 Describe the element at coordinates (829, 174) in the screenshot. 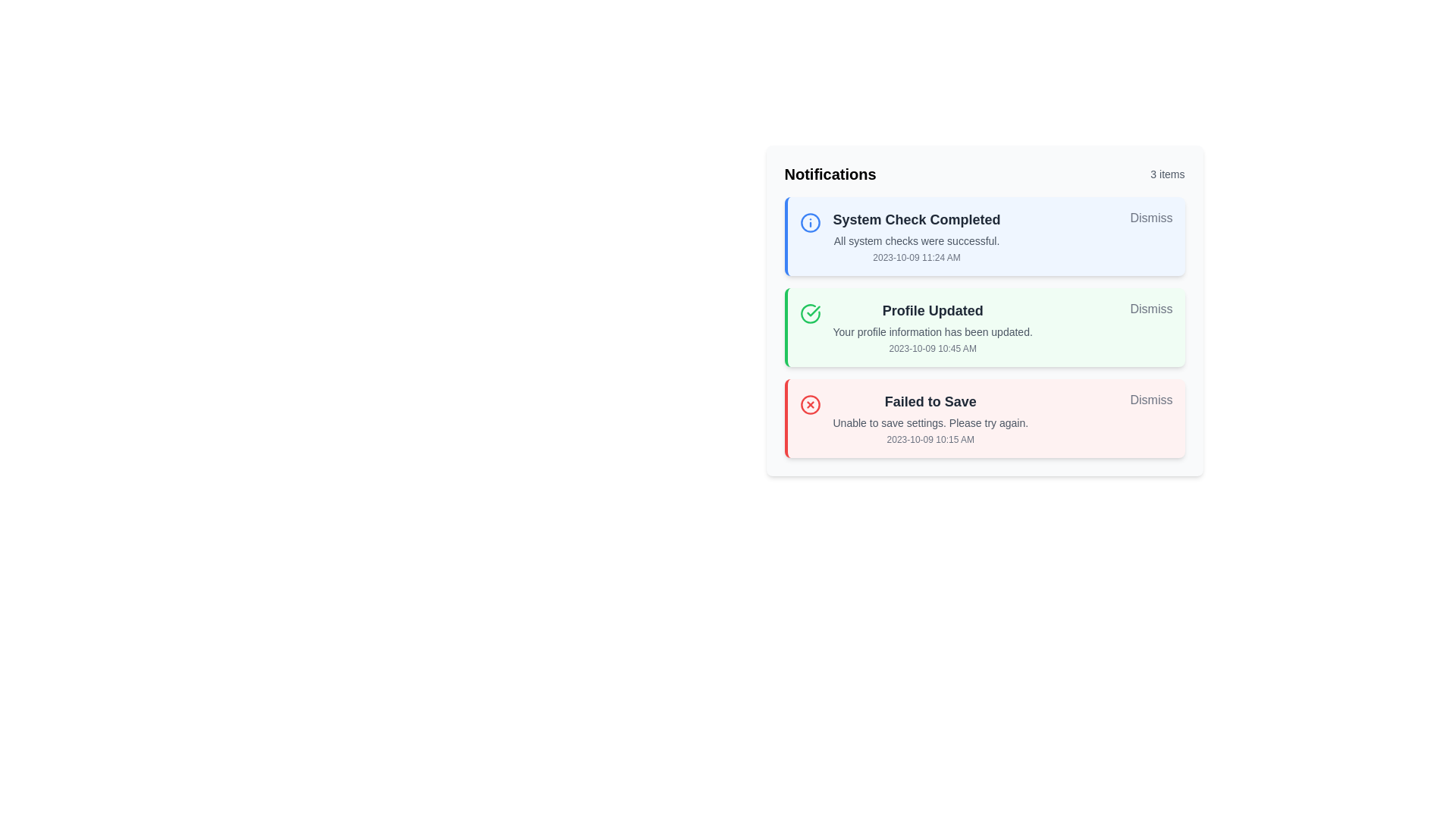

I see `the notifications section header label that provides context about the content displayed below` at that location.